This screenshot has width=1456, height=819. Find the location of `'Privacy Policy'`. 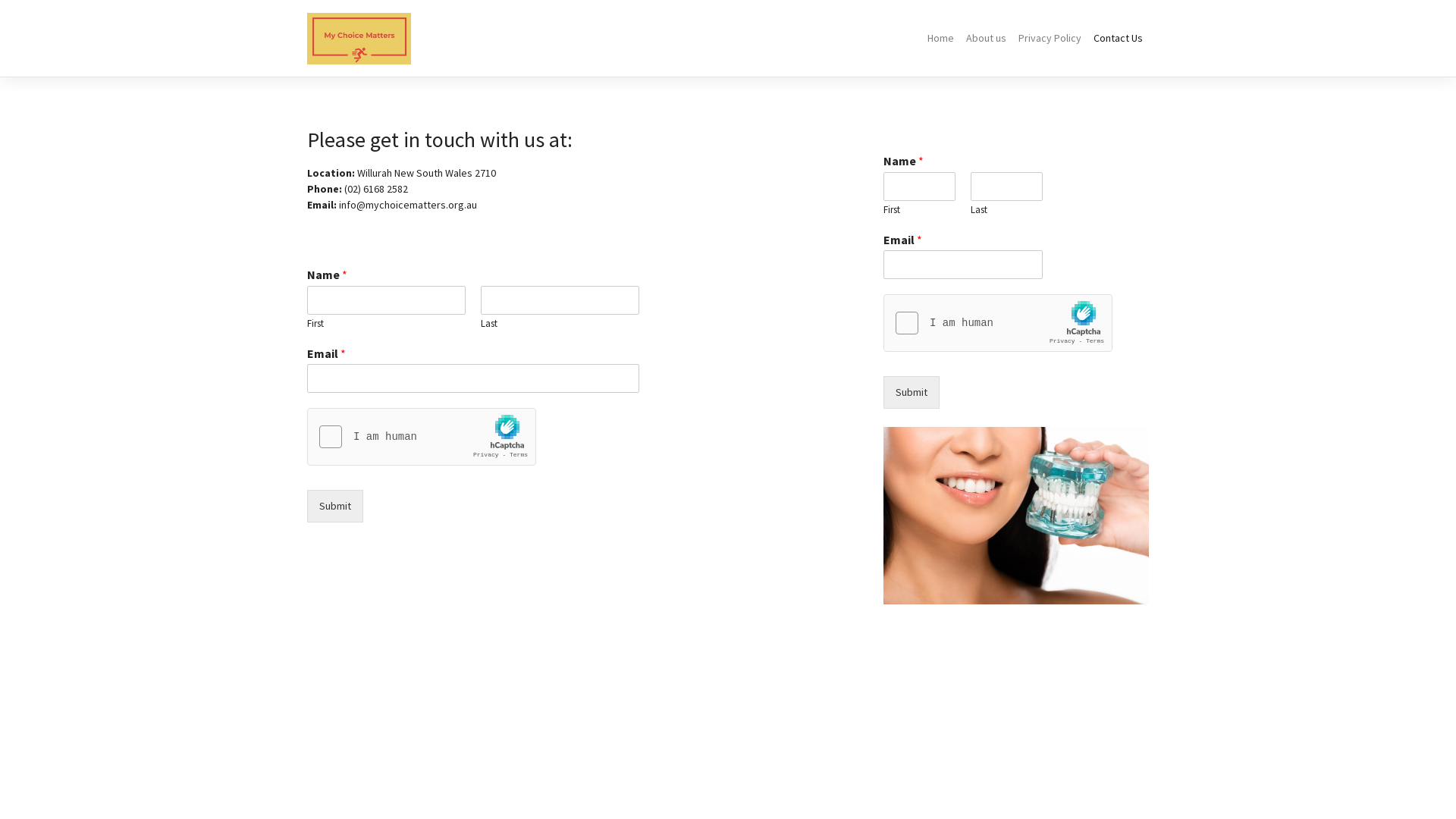

'Privacy Policy' is located at coordinates (1049, 37).